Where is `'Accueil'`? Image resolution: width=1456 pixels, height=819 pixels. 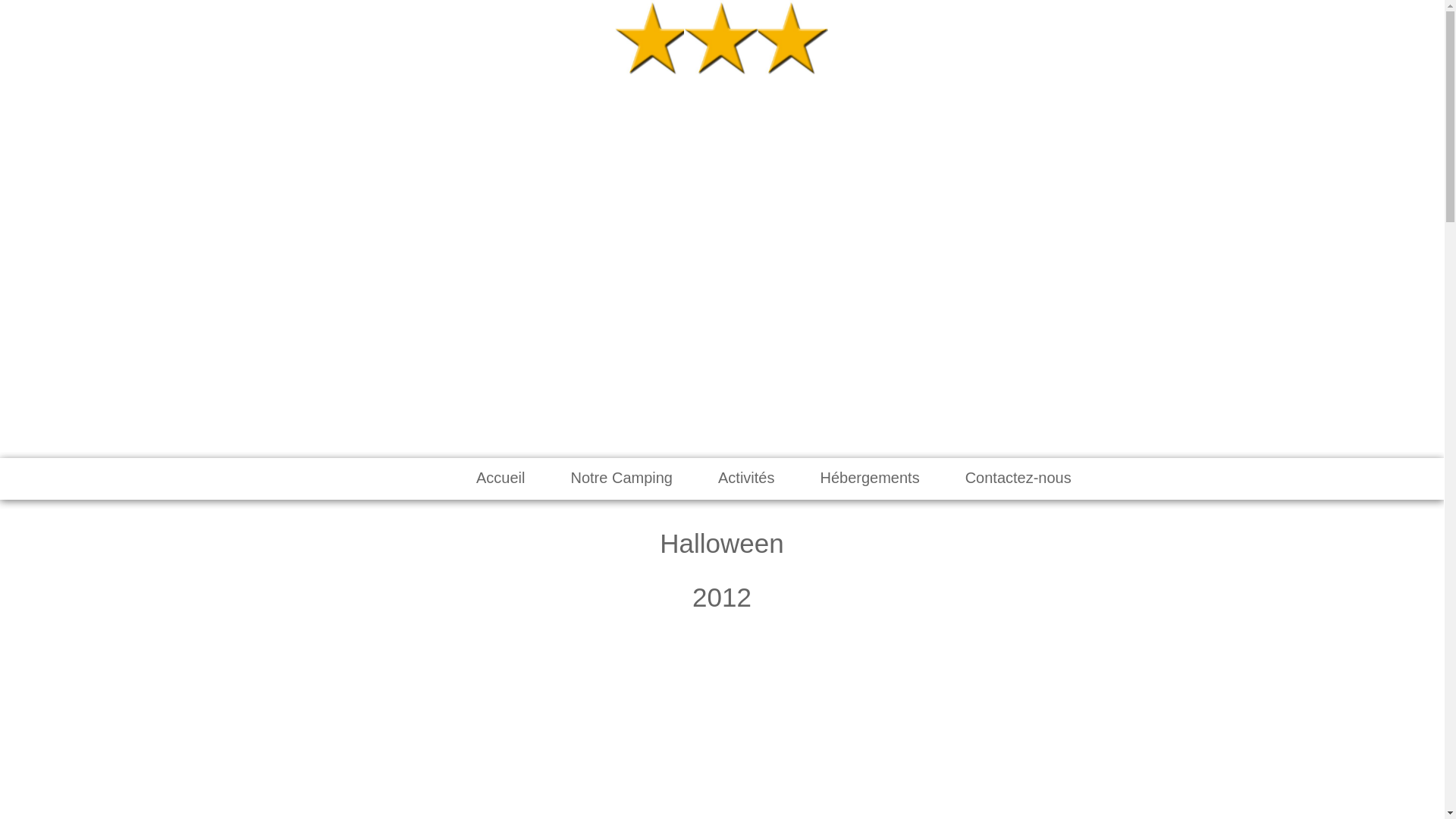 'Accueil' is located at coordinates (500, 478).